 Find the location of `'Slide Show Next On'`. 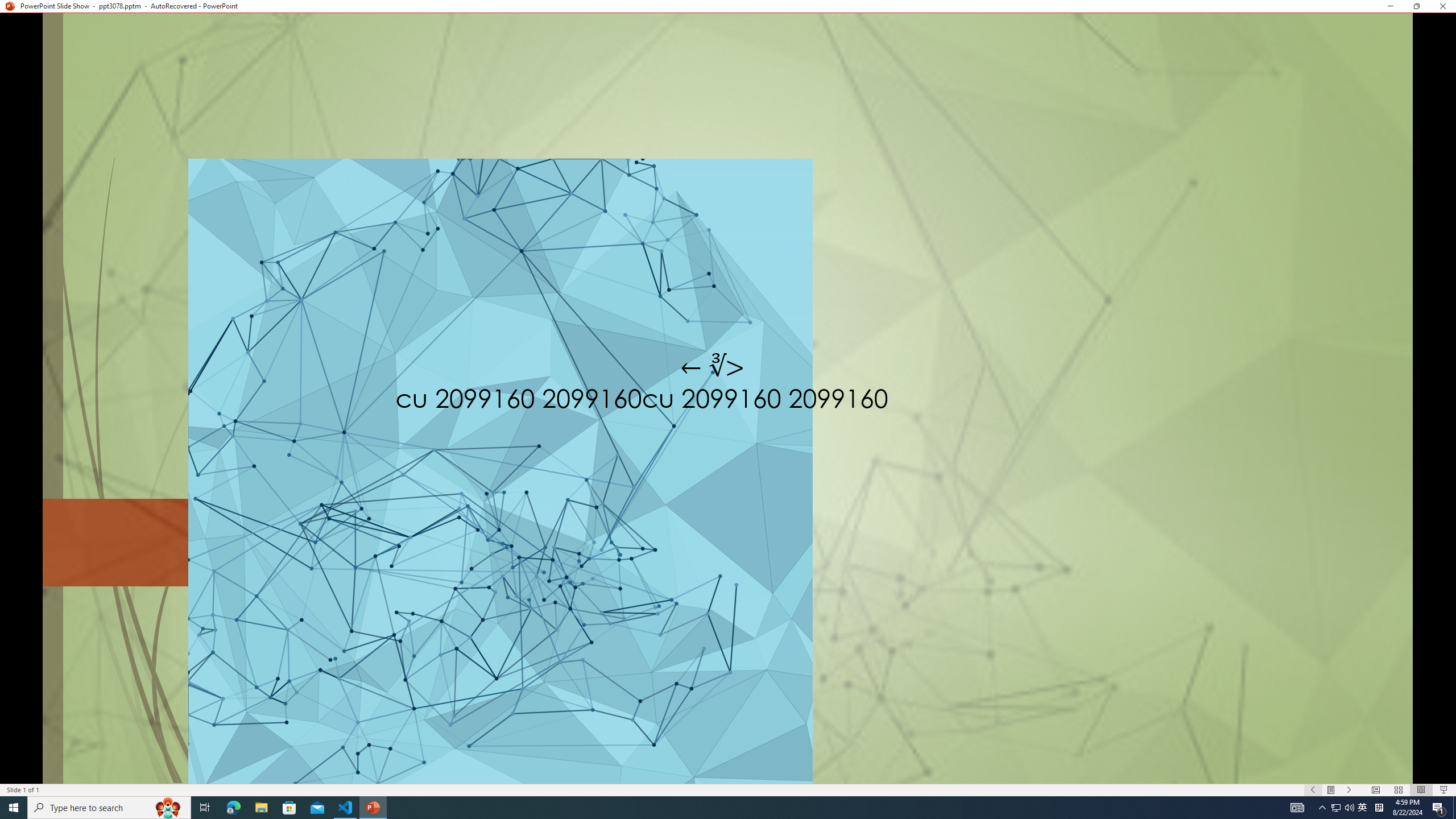

'Slide Show Next On' is located at coordinates (1349, 790).